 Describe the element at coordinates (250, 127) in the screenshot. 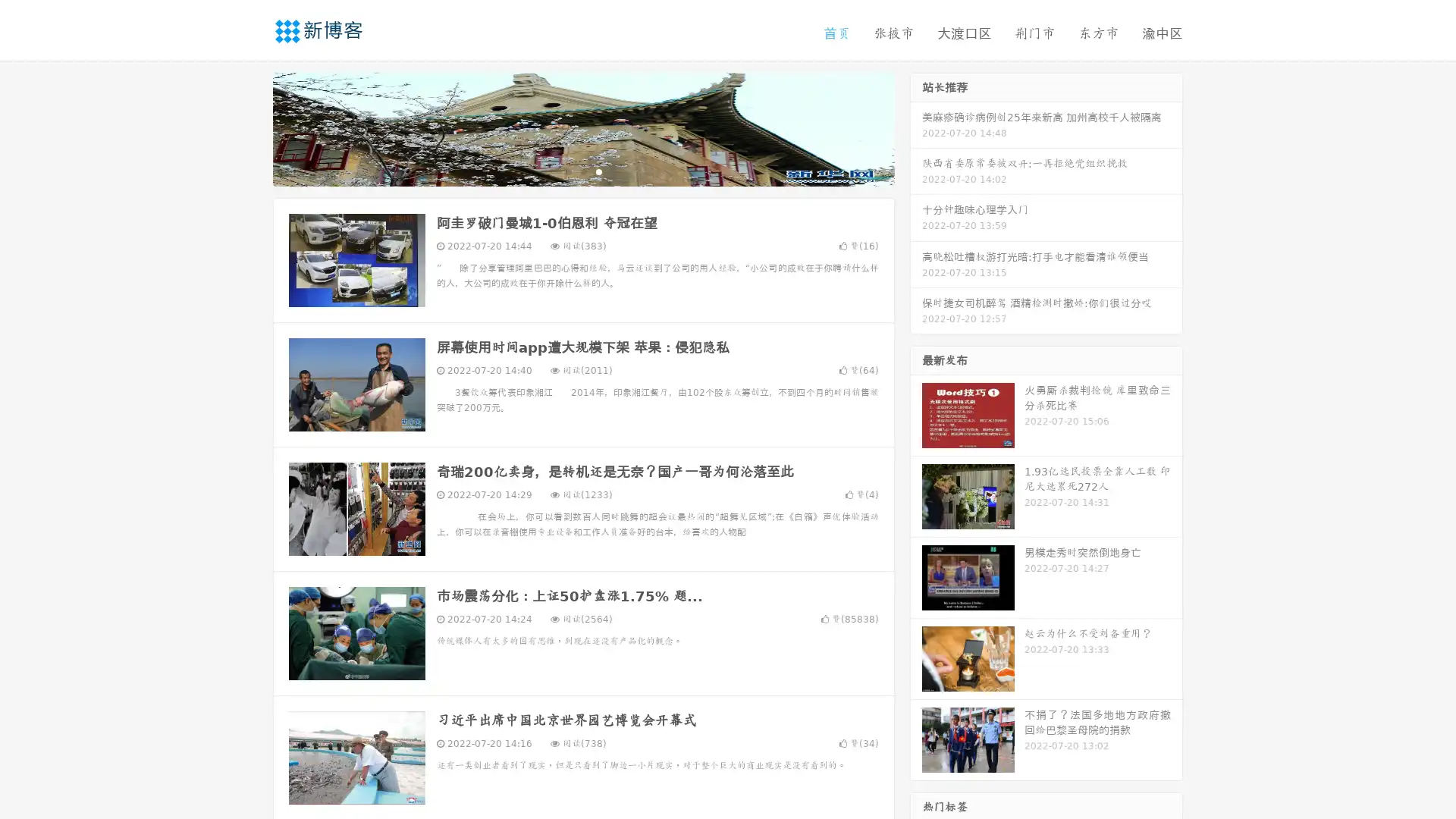

I see `Previous slide` at that location.